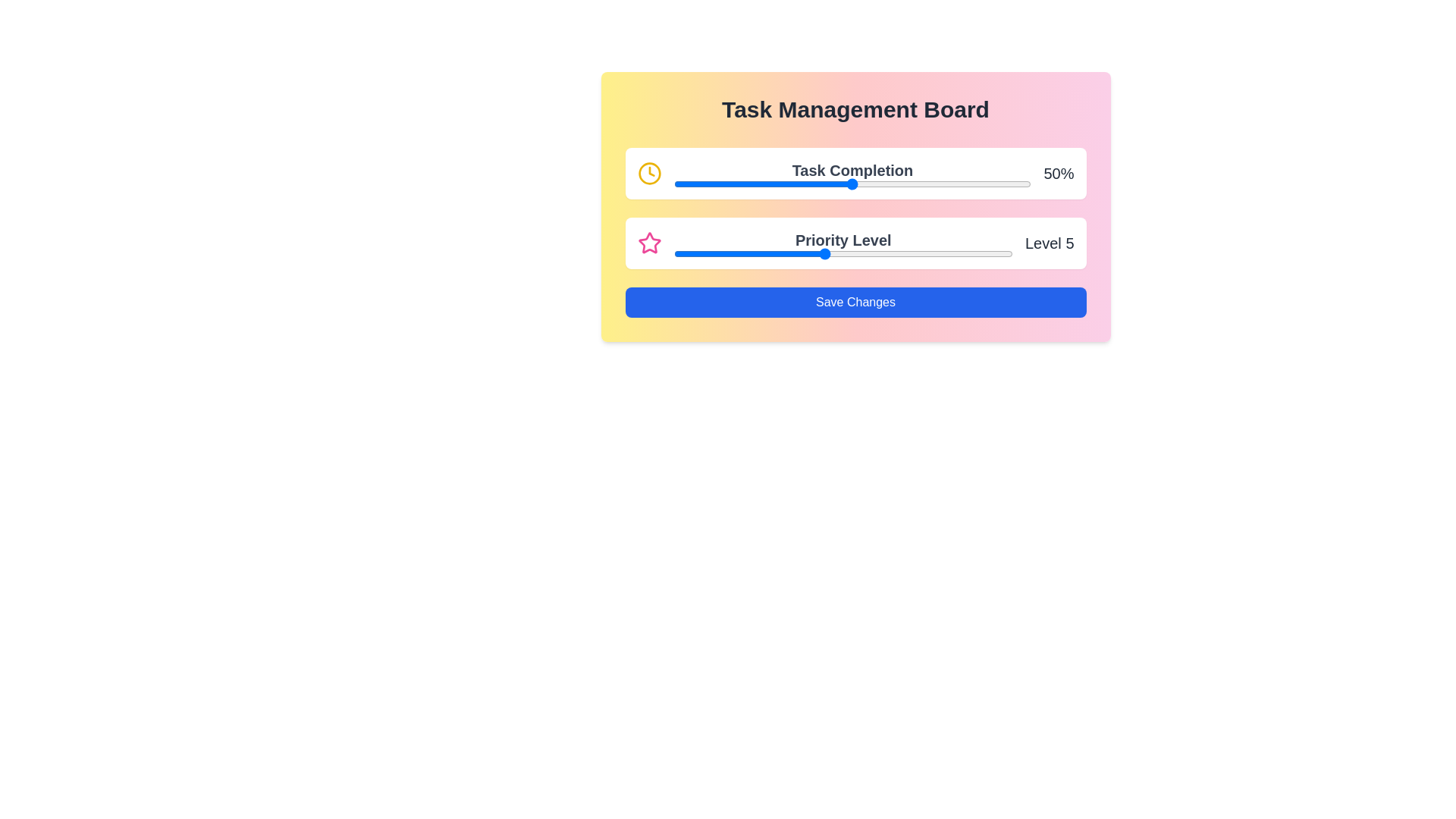 The width and height of the screenshot is (1456, 819). I want to click on displayed priority level from the horizontal section that shows a star icon on the left, the label 'Priority Level' in the center, a slider bar, and the numeric indication 'Level 5' on the right, so click(855, 242).